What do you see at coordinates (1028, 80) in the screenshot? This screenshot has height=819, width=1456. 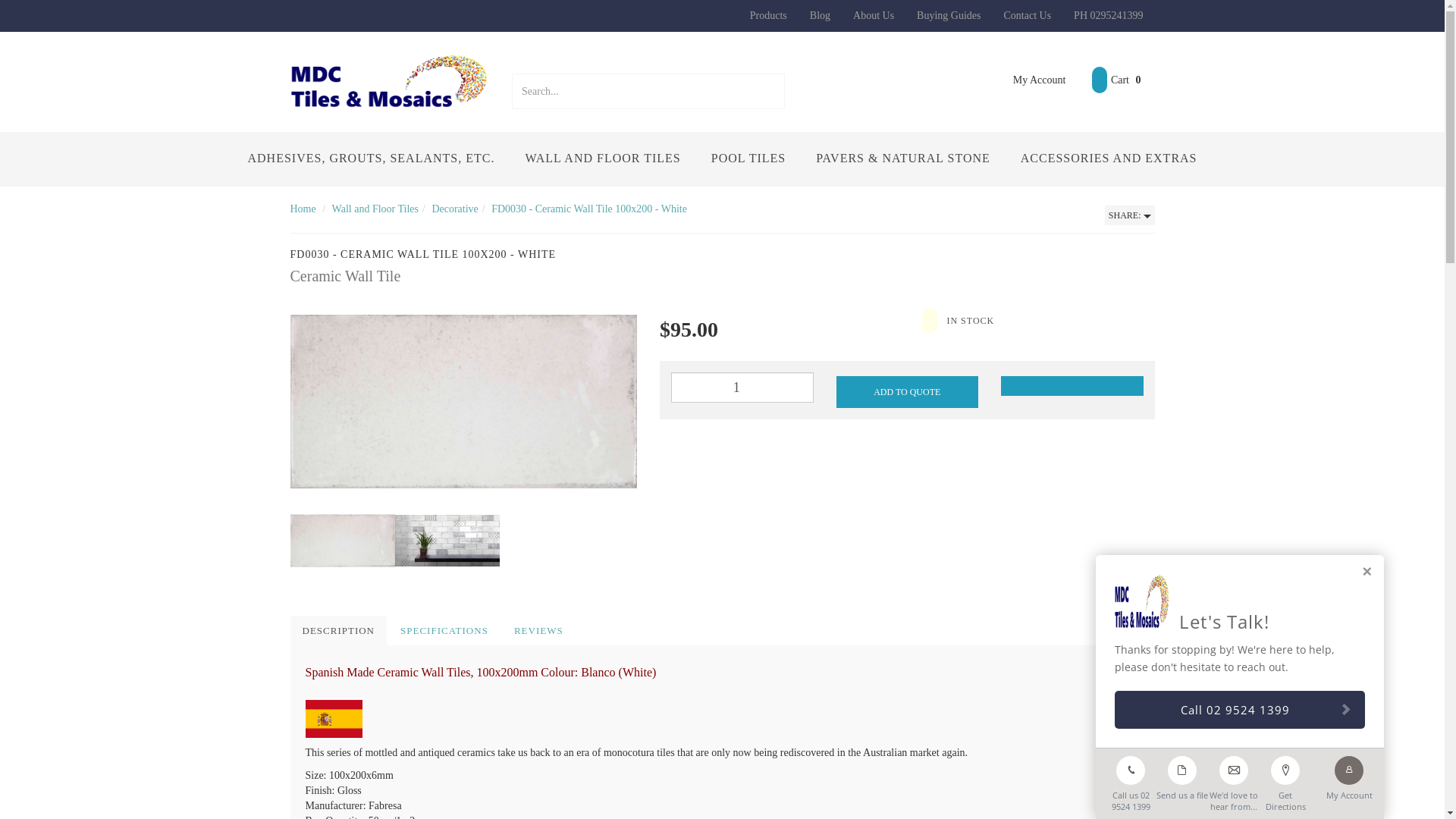 I see `'My Account'` at bounding box center [1028, 80].